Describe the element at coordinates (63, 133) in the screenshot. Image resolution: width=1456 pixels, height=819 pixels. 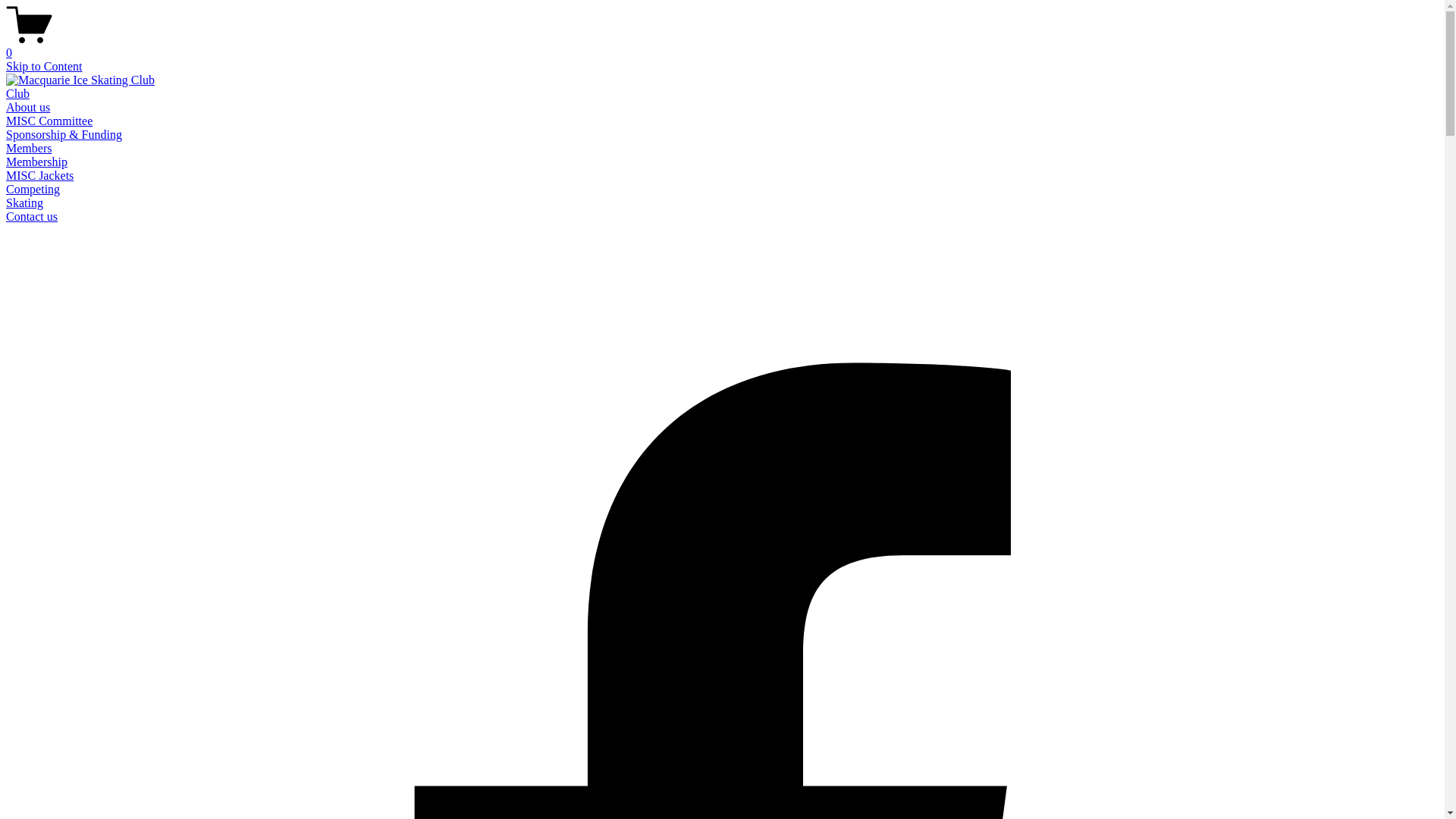
I see `'Sponsorship & Funding'` at that location.